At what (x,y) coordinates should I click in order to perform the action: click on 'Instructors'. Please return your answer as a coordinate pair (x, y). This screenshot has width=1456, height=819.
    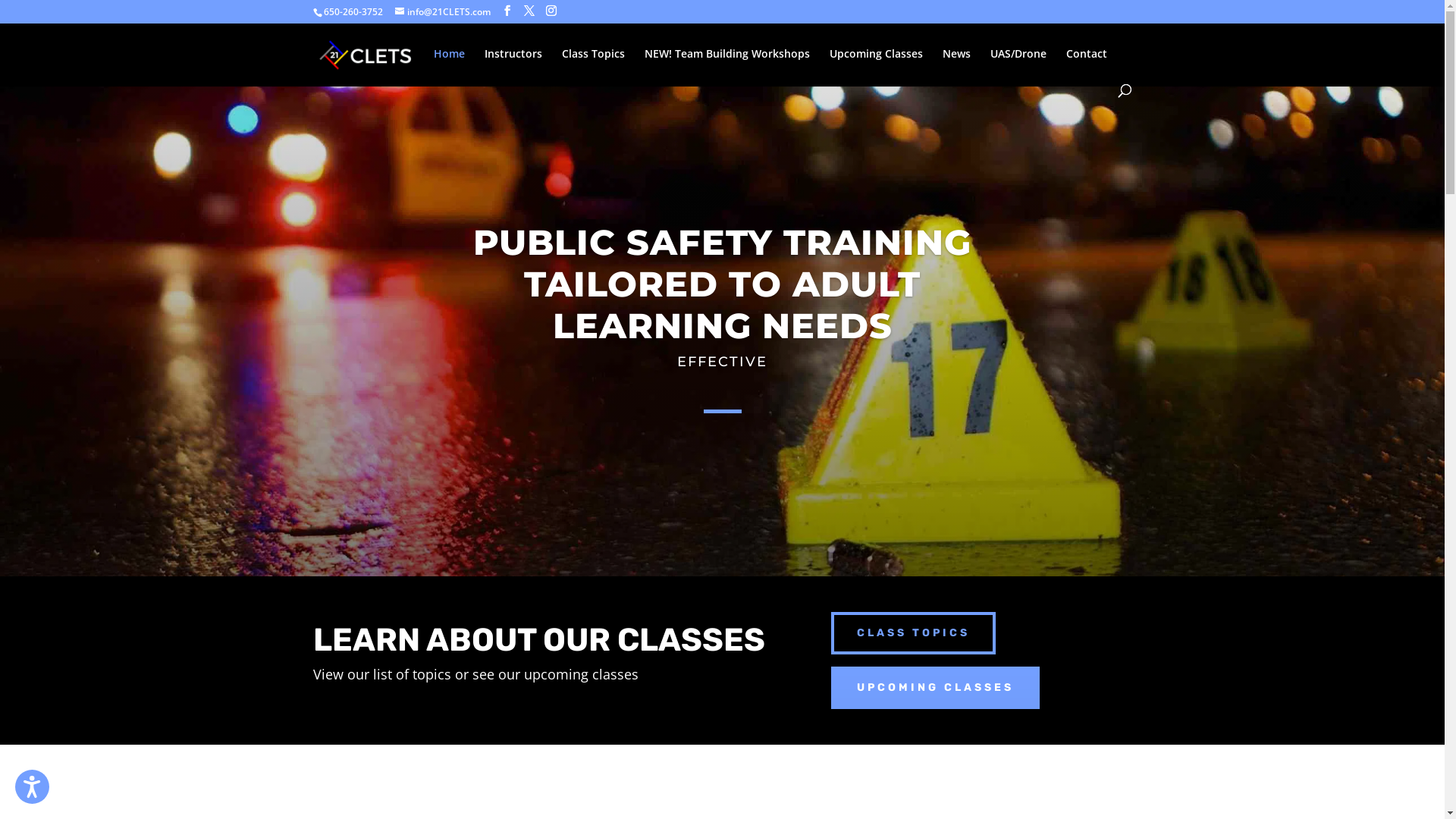
    Looking at the image, I should click on (513, 65).